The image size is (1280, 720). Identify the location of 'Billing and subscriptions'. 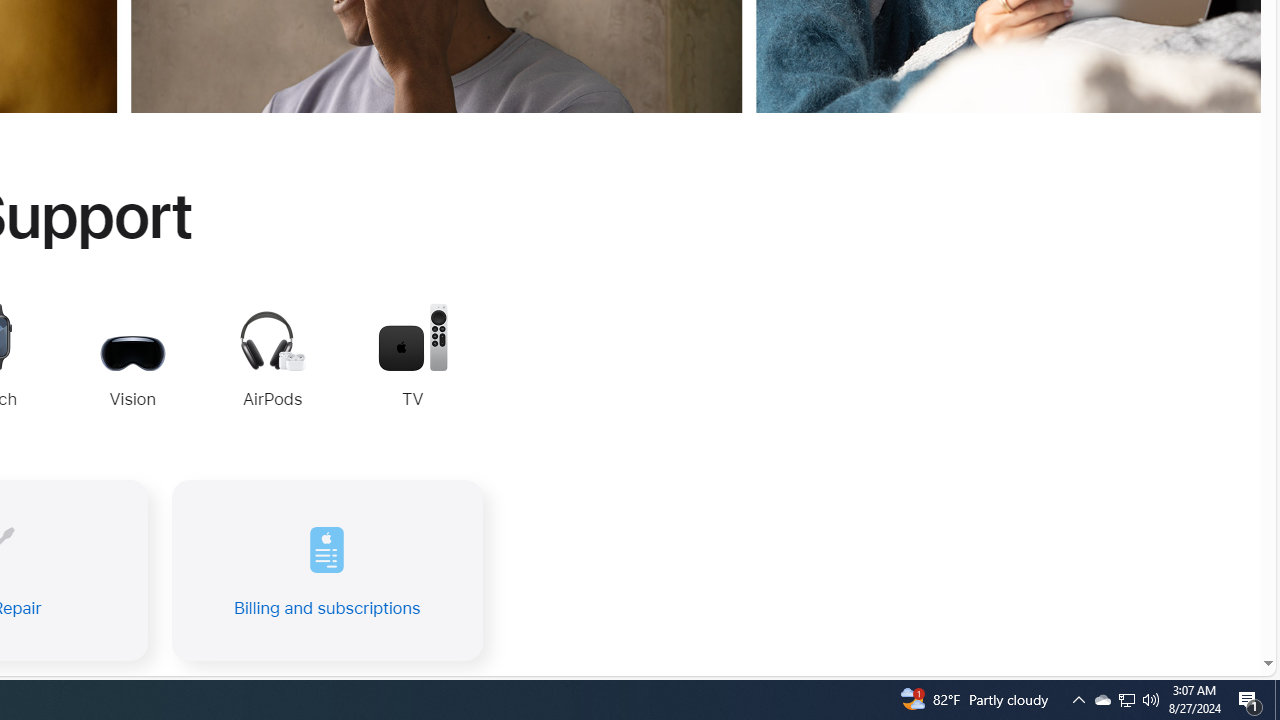
(327, 570).